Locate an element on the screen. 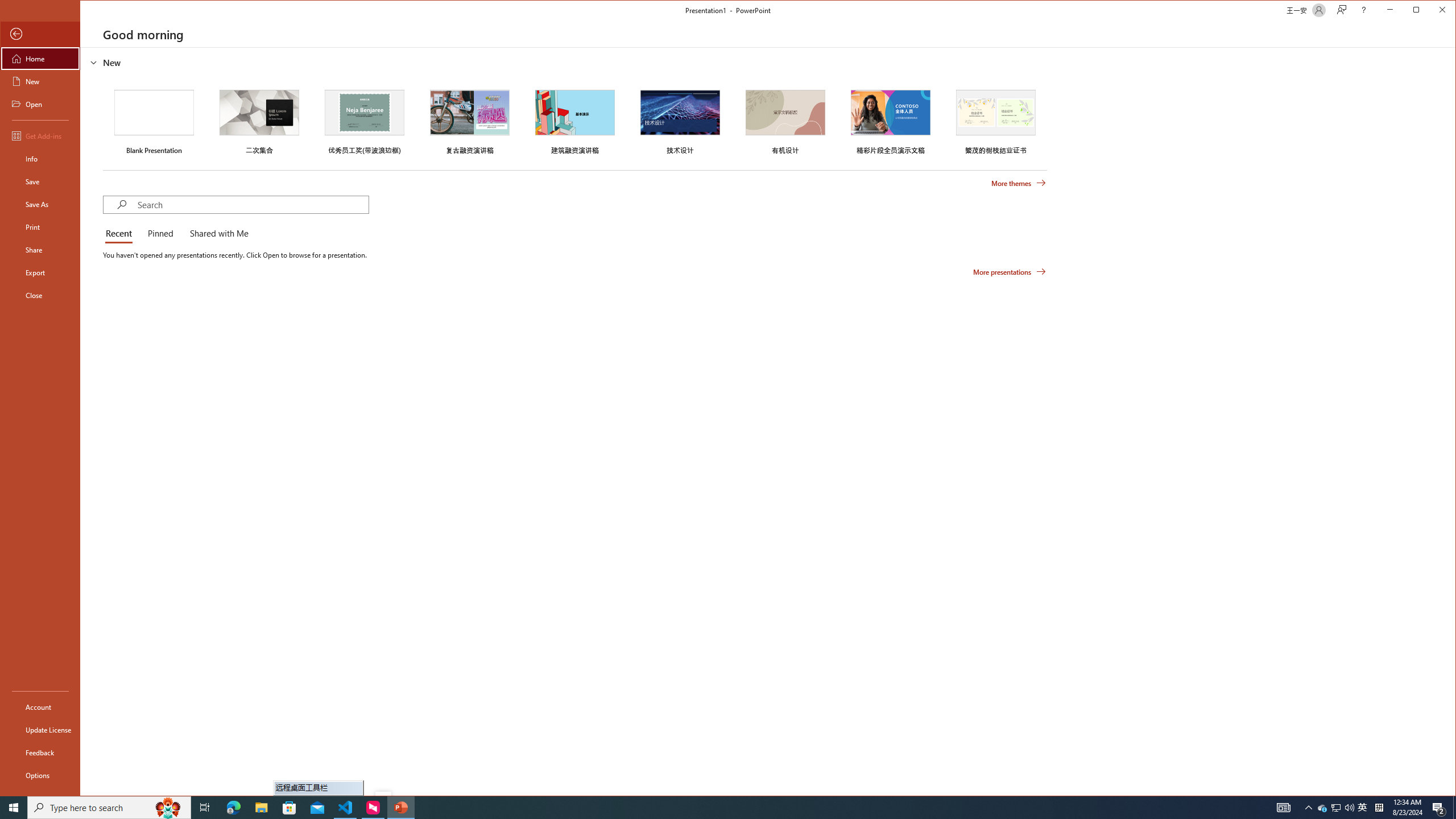 This screenshot has height=819, width=1456. 'Save As' is located at coordinates (39, 203).